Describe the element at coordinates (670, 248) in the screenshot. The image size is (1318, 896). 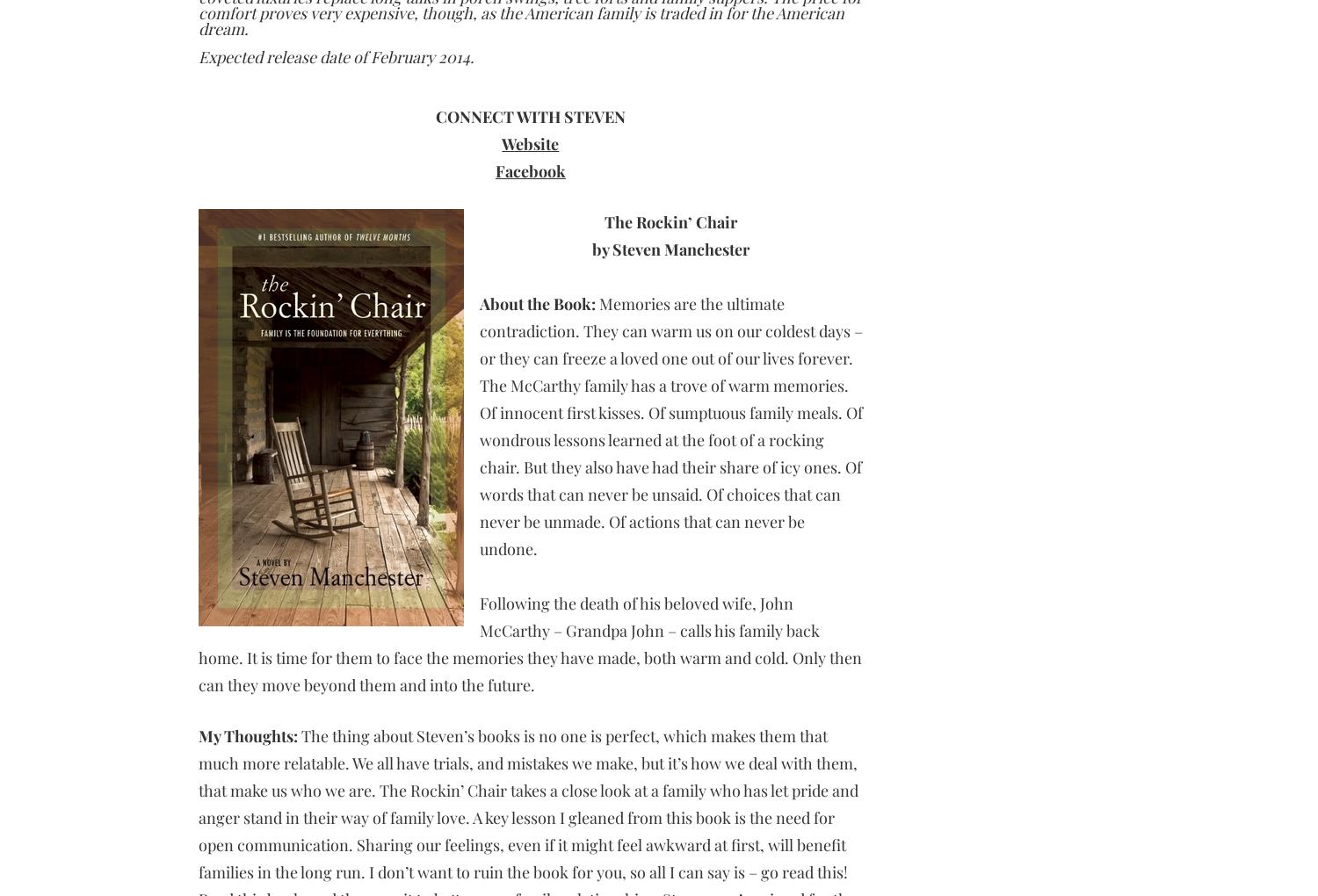
I see `'by Steven Manchester'` at that location.